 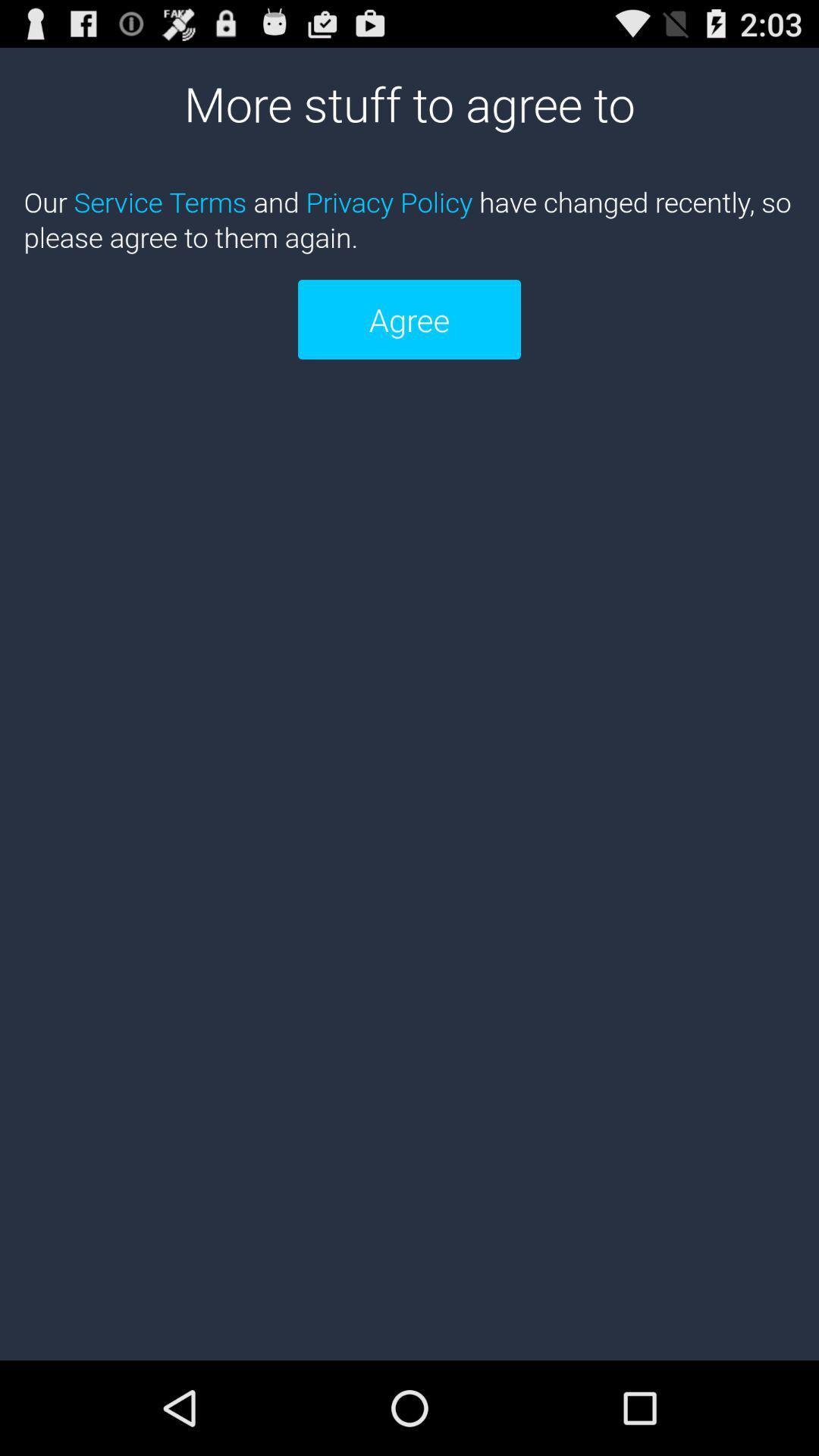 I want to click on our service terms, so click(x=409, y=218).